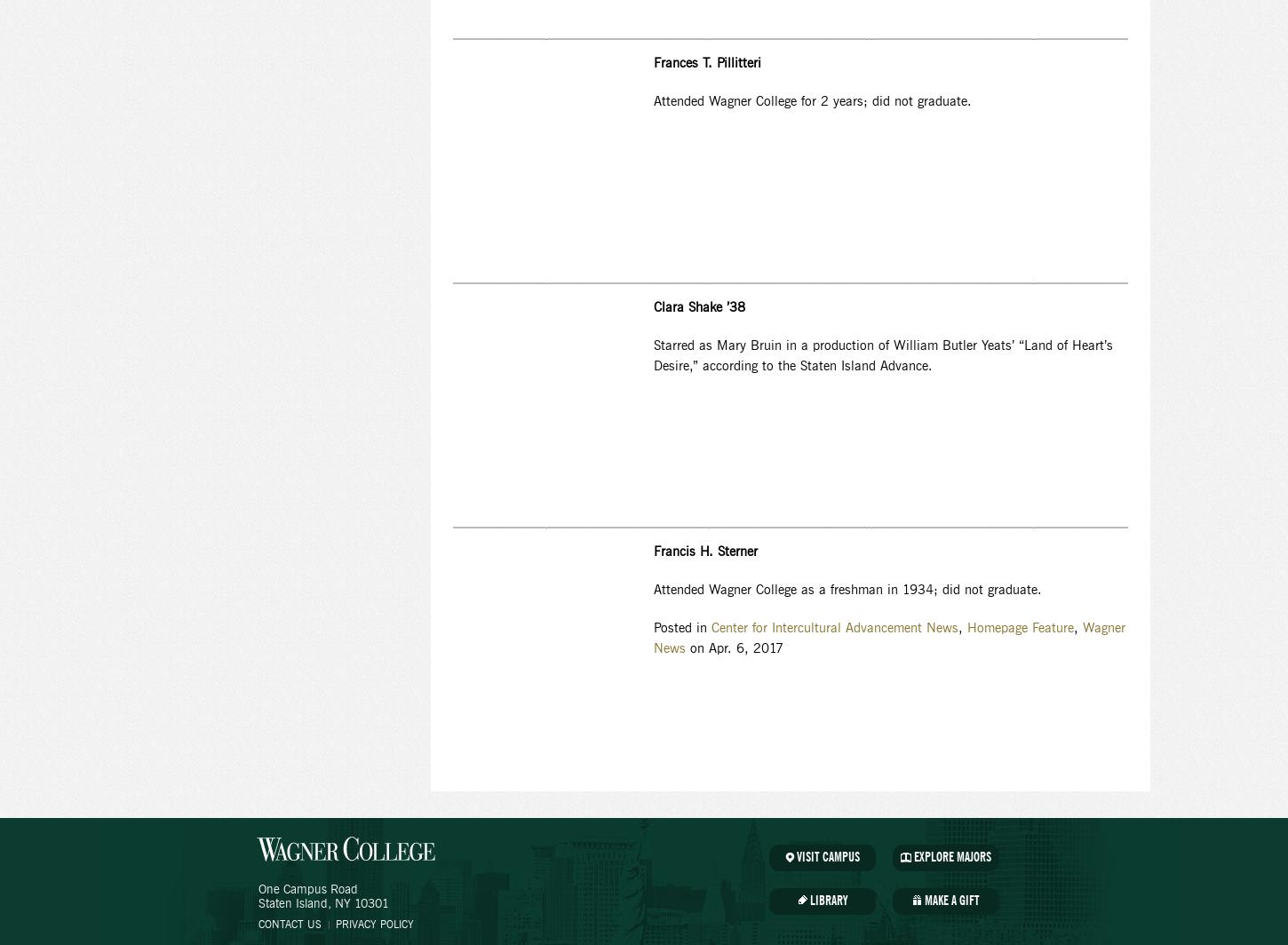 This screenshot has width=1288, height=945. Describe the element at coordinates (1019, 629) in the screenshot. I see `'Homepage Feature'` at that location.